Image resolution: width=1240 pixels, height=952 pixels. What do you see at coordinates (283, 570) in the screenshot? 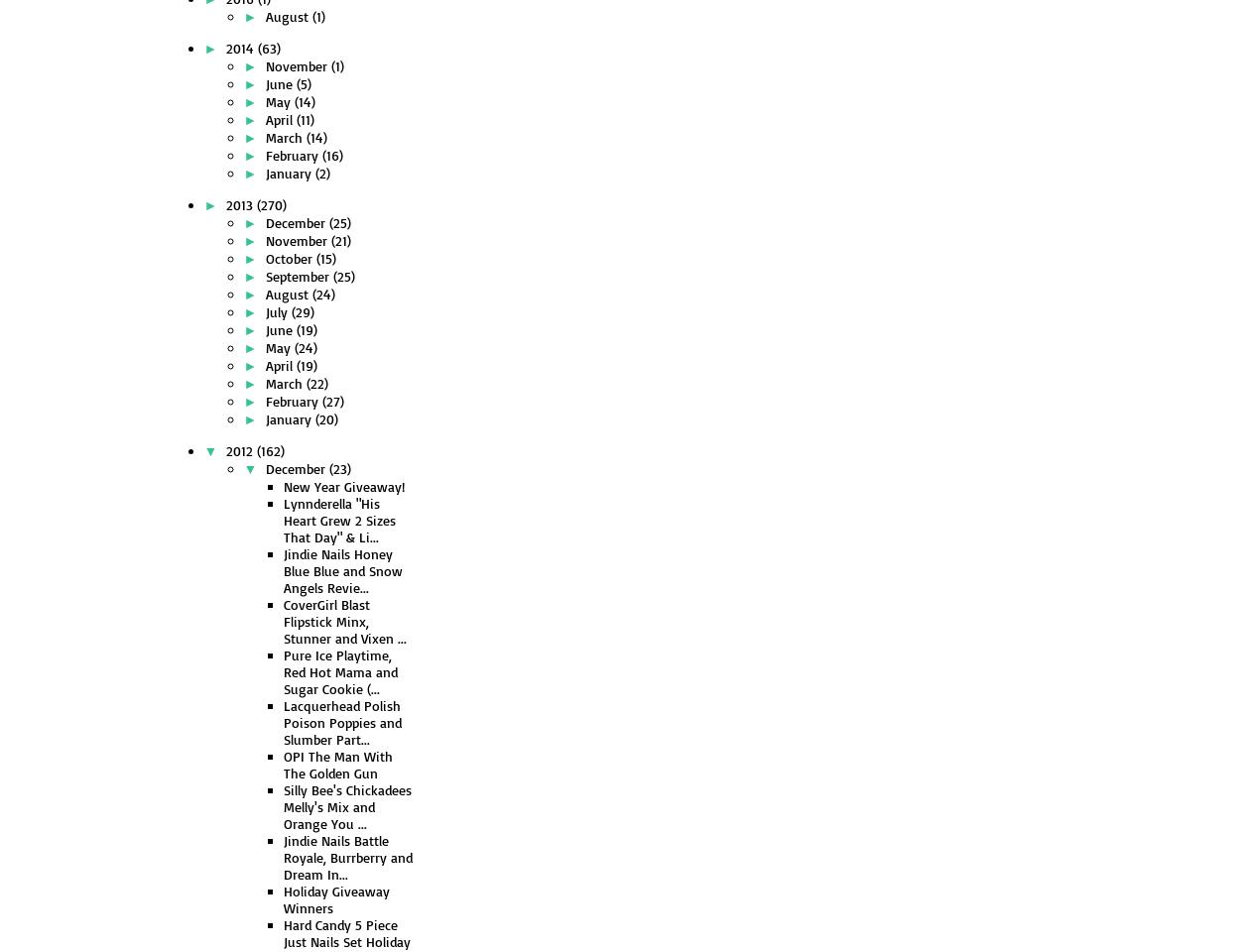
I see `'Jindie Nails Honey Blue Blue and Snow Angels Revie...'` at bounding box center [283, 570].